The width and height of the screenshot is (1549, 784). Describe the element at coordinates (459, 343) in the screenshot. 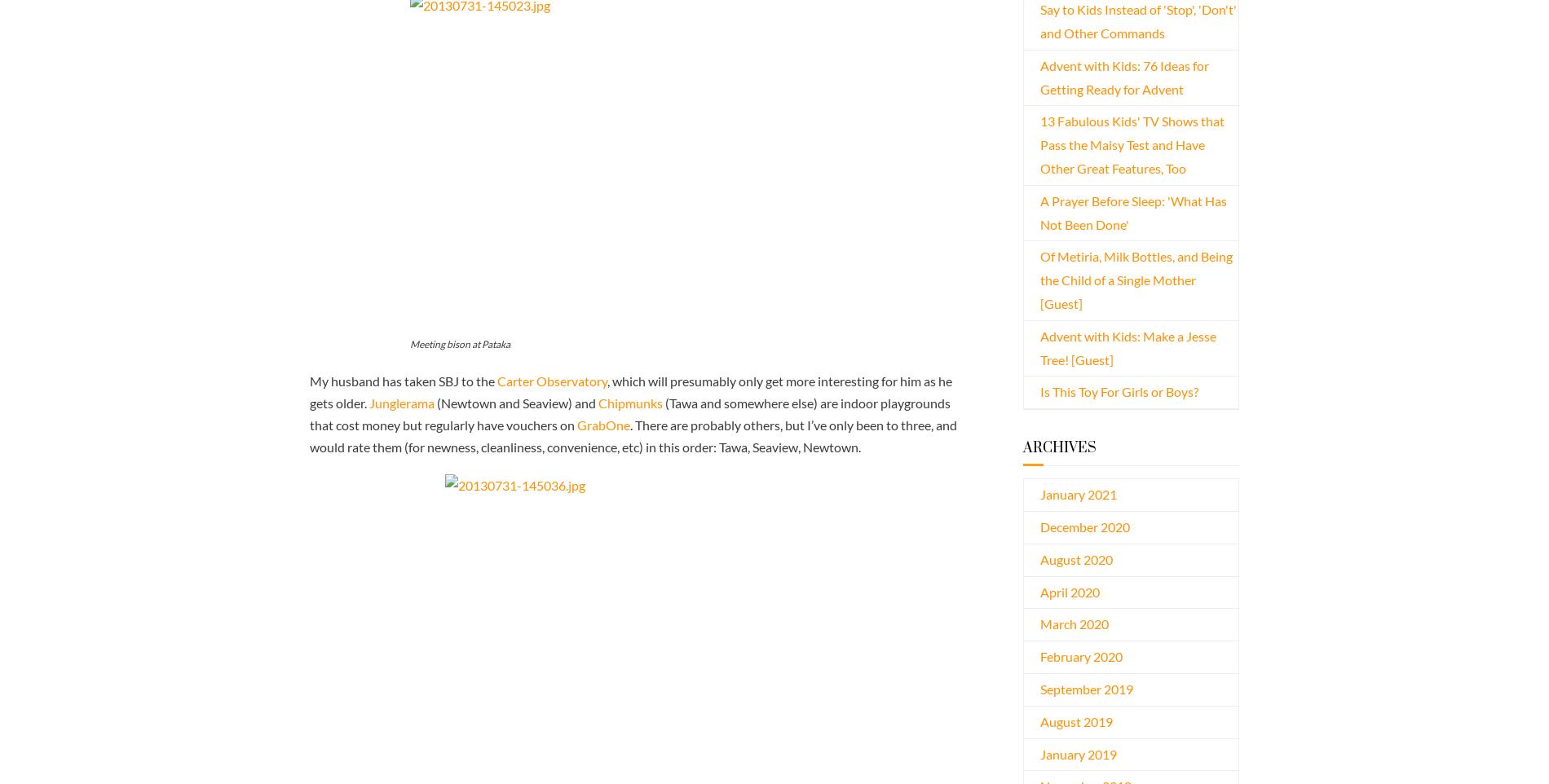

I see `'Meeting bison at Pataka'` at that location.